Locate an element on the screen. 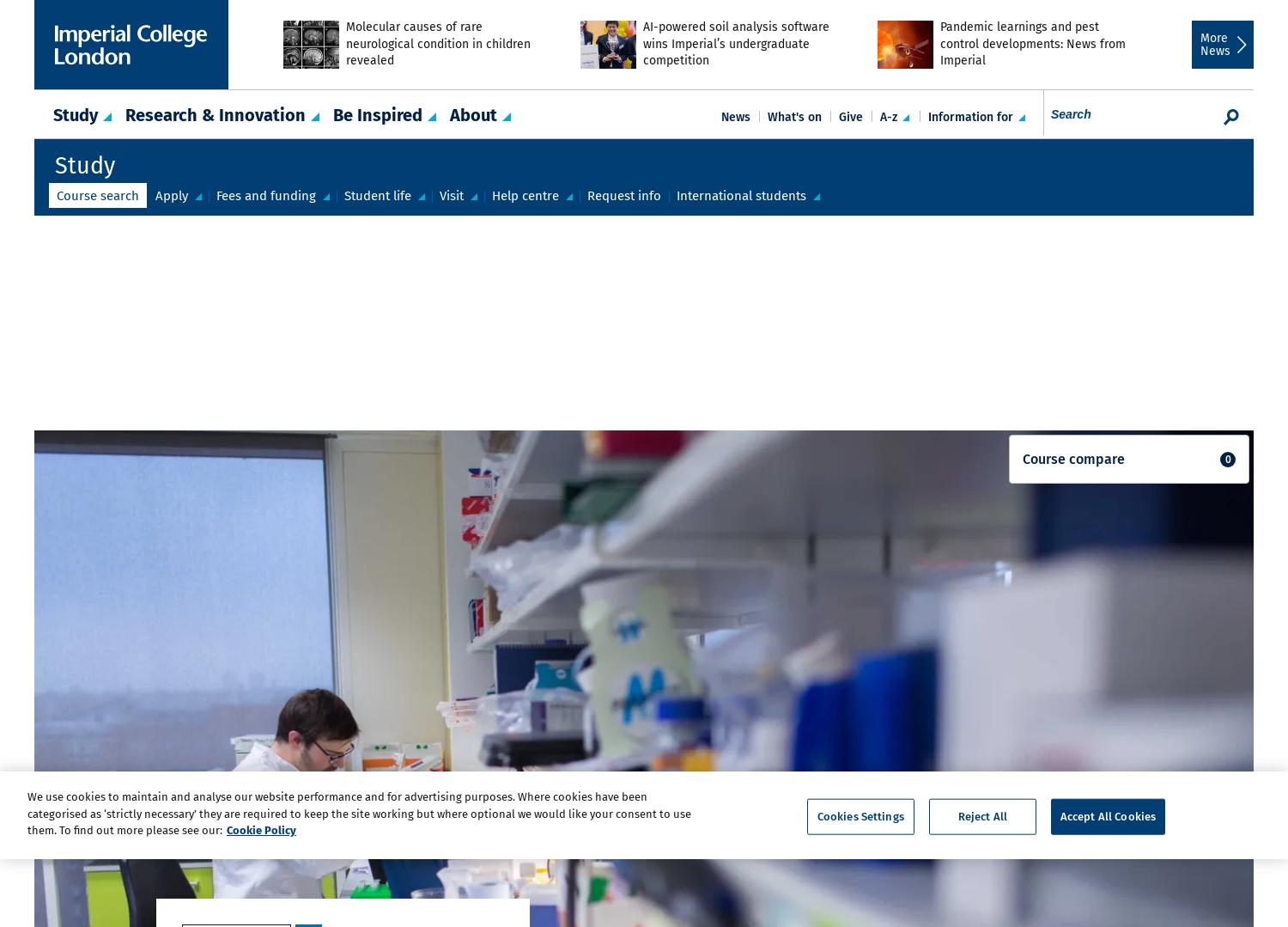 Image resolution: width=1288 pixels, height=927 pixels. 'Course compare' is located at coordinates (1022, 459).